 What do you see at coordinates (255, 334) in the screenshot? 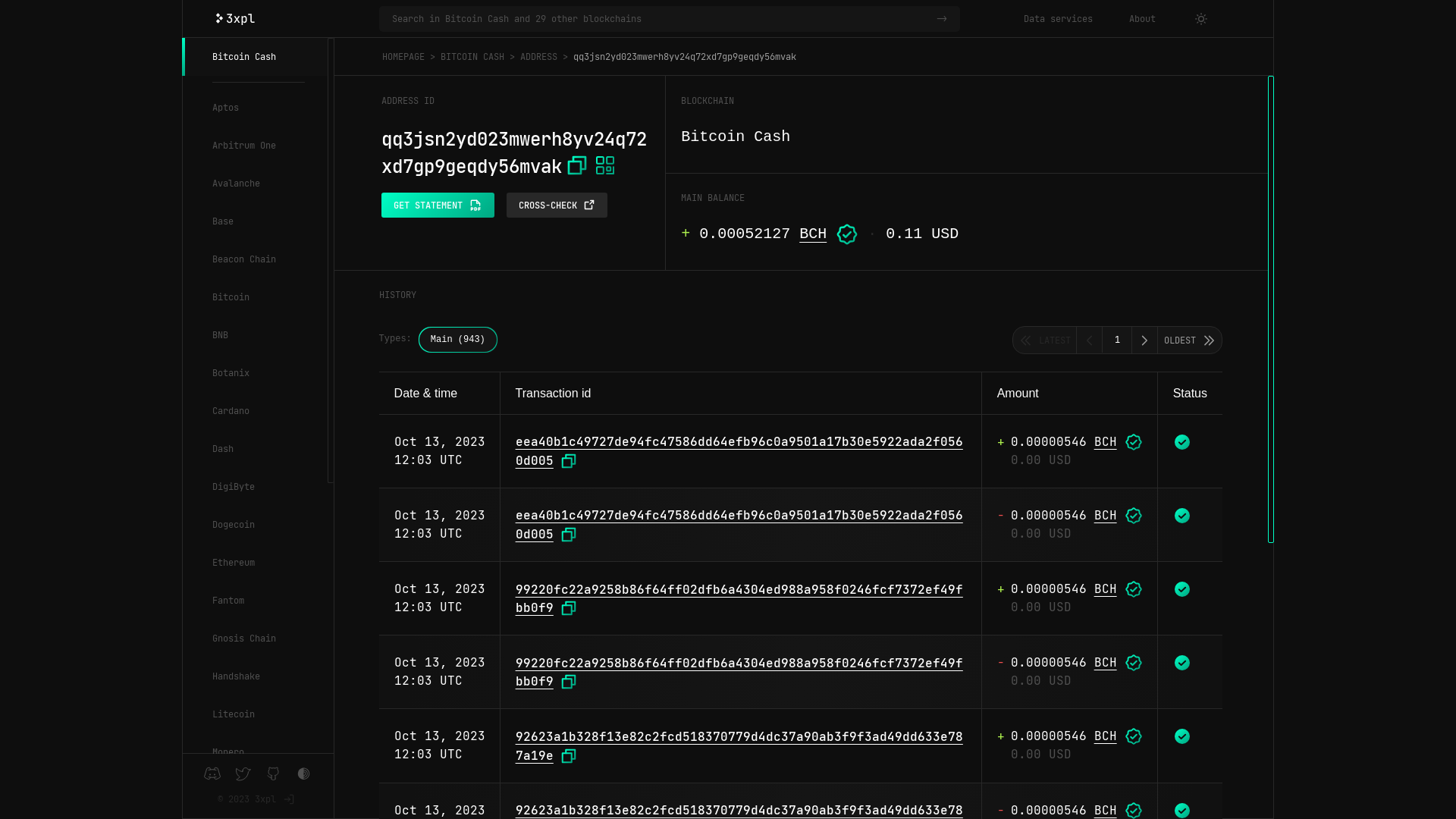
I see `'BNB'` at bounding box center [255, 334].